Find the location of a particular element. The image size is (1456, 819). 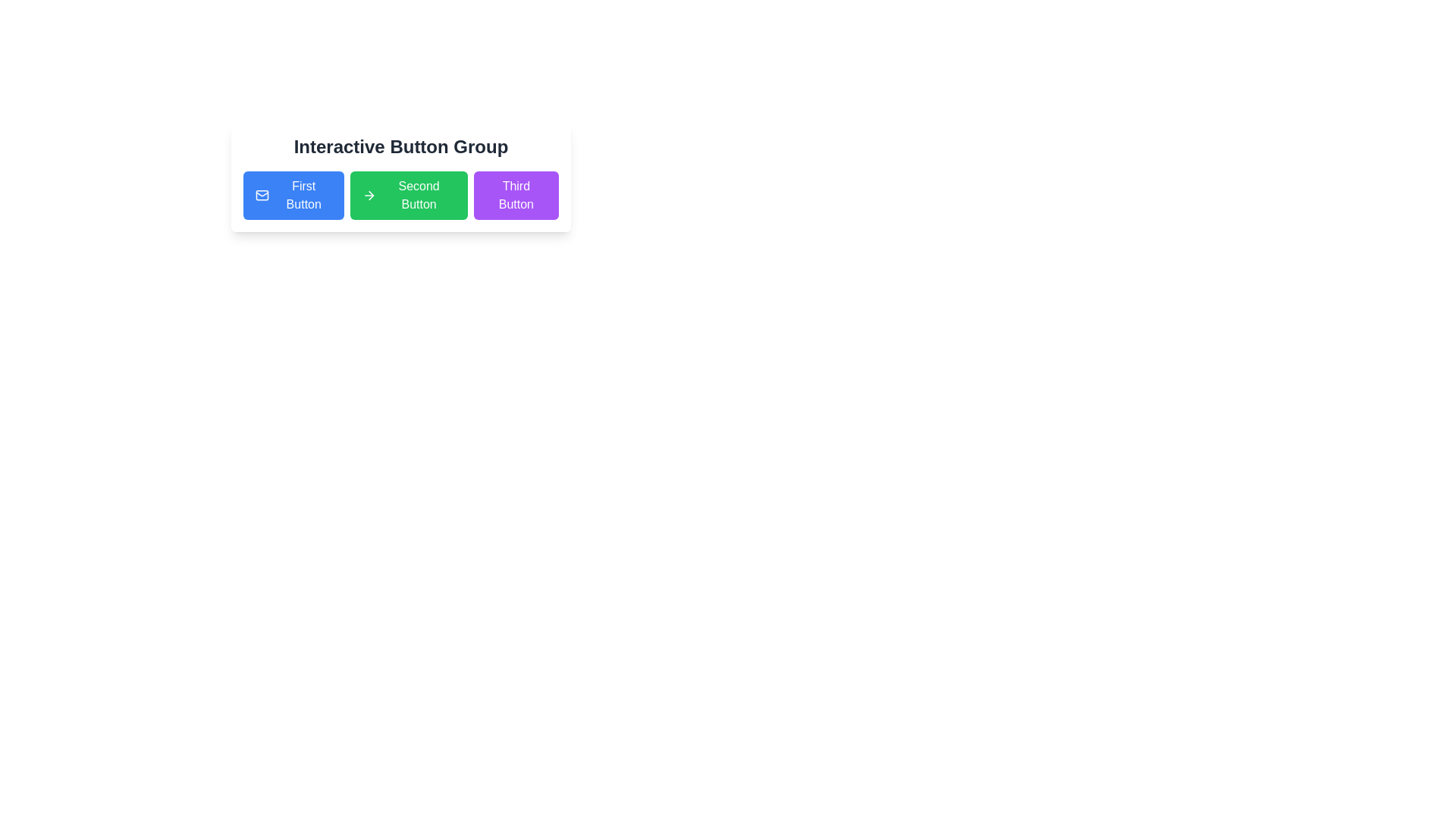

the position of the right-pointing arrow icon located in the 'Second Button' with a green background and a white arrow in the center is located at coordinates (369, 195).